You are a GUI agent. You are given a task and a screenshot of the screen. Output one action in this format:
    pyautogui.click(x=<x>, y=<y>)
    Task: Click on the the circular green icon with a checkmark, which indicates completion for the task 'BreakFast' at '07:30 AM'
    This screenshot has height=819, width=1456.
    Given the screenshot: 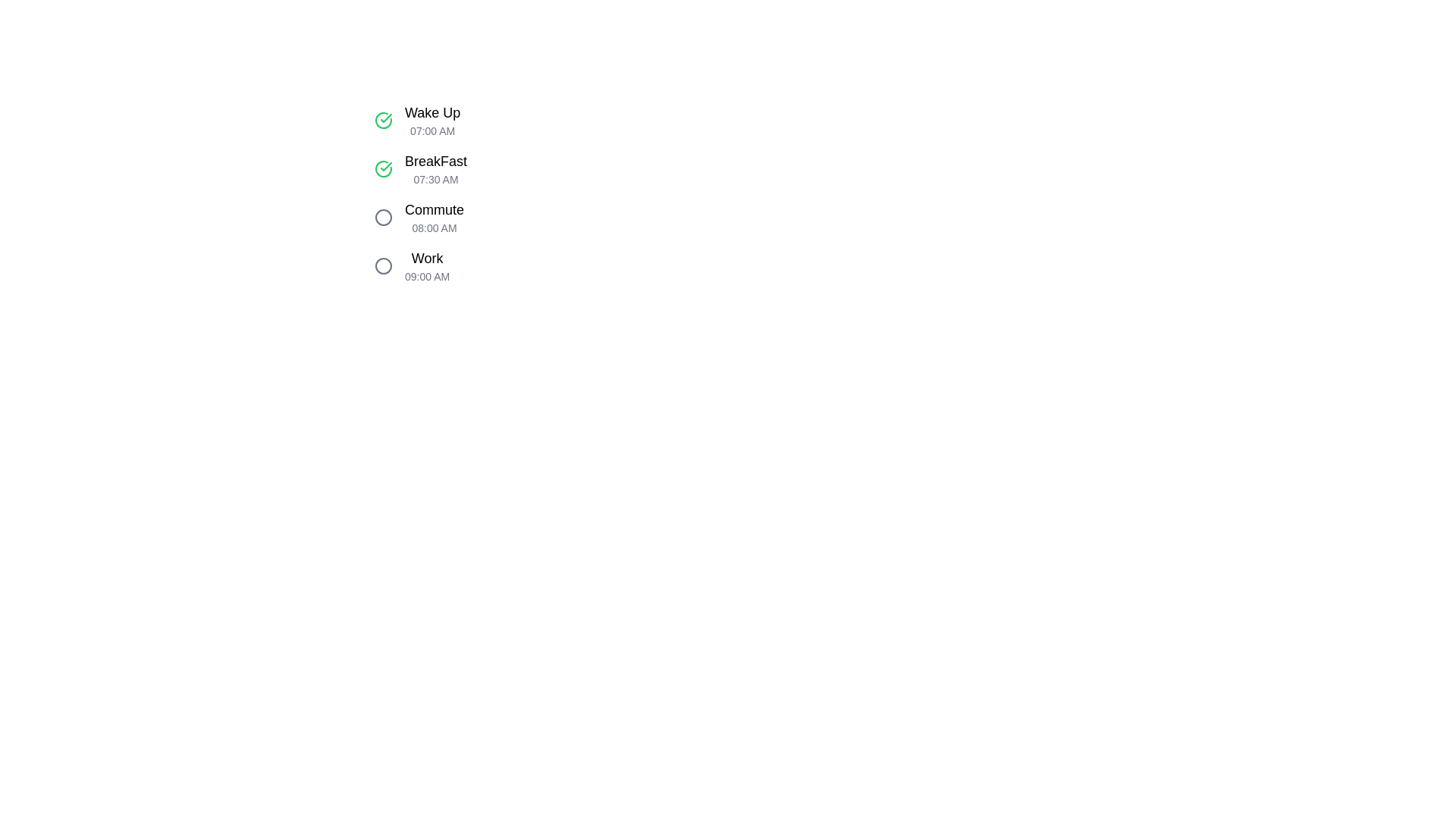 What is the action you would take?
    pyautogui.click(x=383, y=169)
    